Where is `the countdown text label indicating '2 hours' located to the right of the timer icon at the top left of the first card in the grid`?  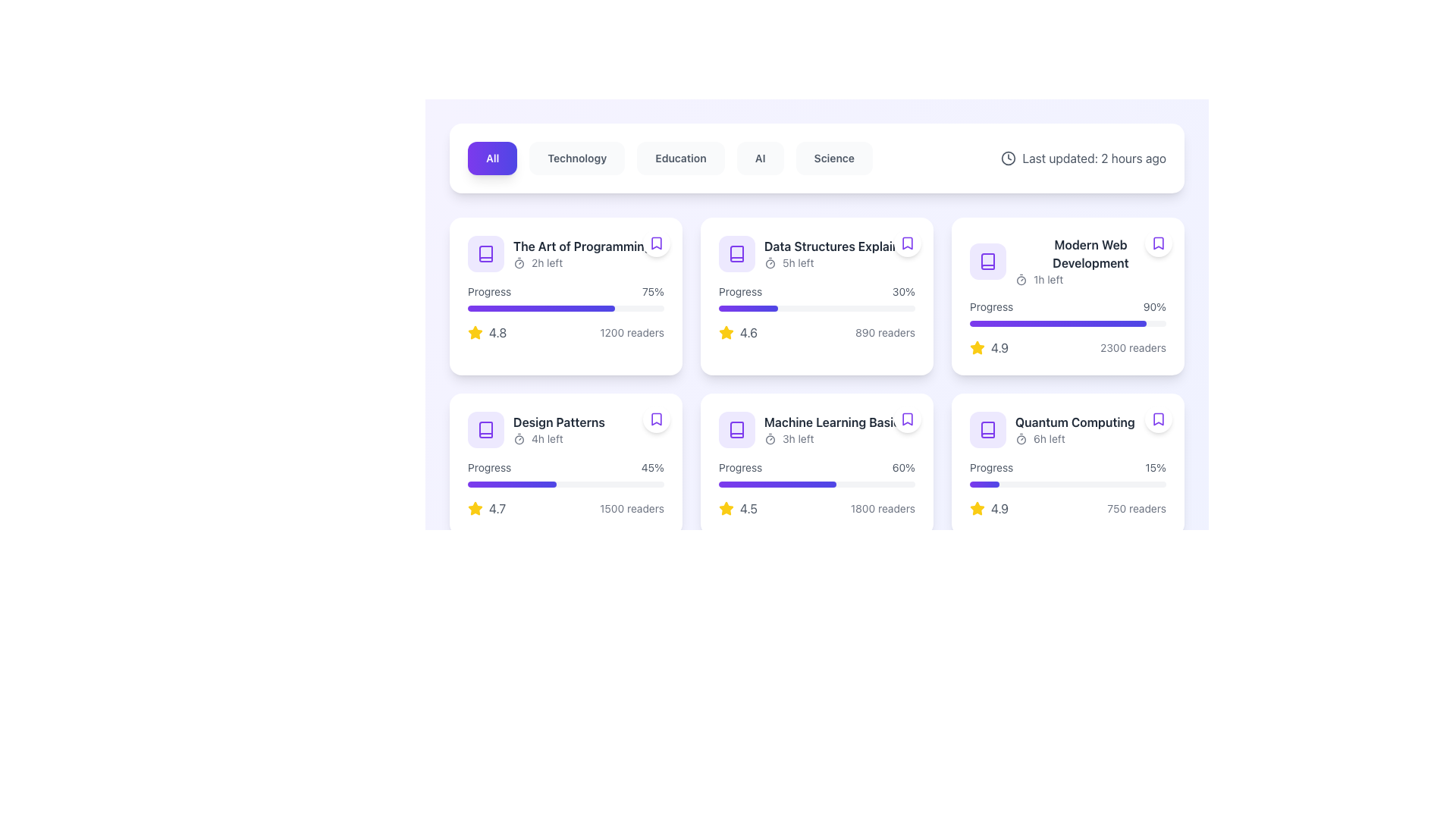 the countdown text label indicating '2 hours' located to the right of the timer icon at the top left of the first card in the grid is located at coordinates (546, 262).